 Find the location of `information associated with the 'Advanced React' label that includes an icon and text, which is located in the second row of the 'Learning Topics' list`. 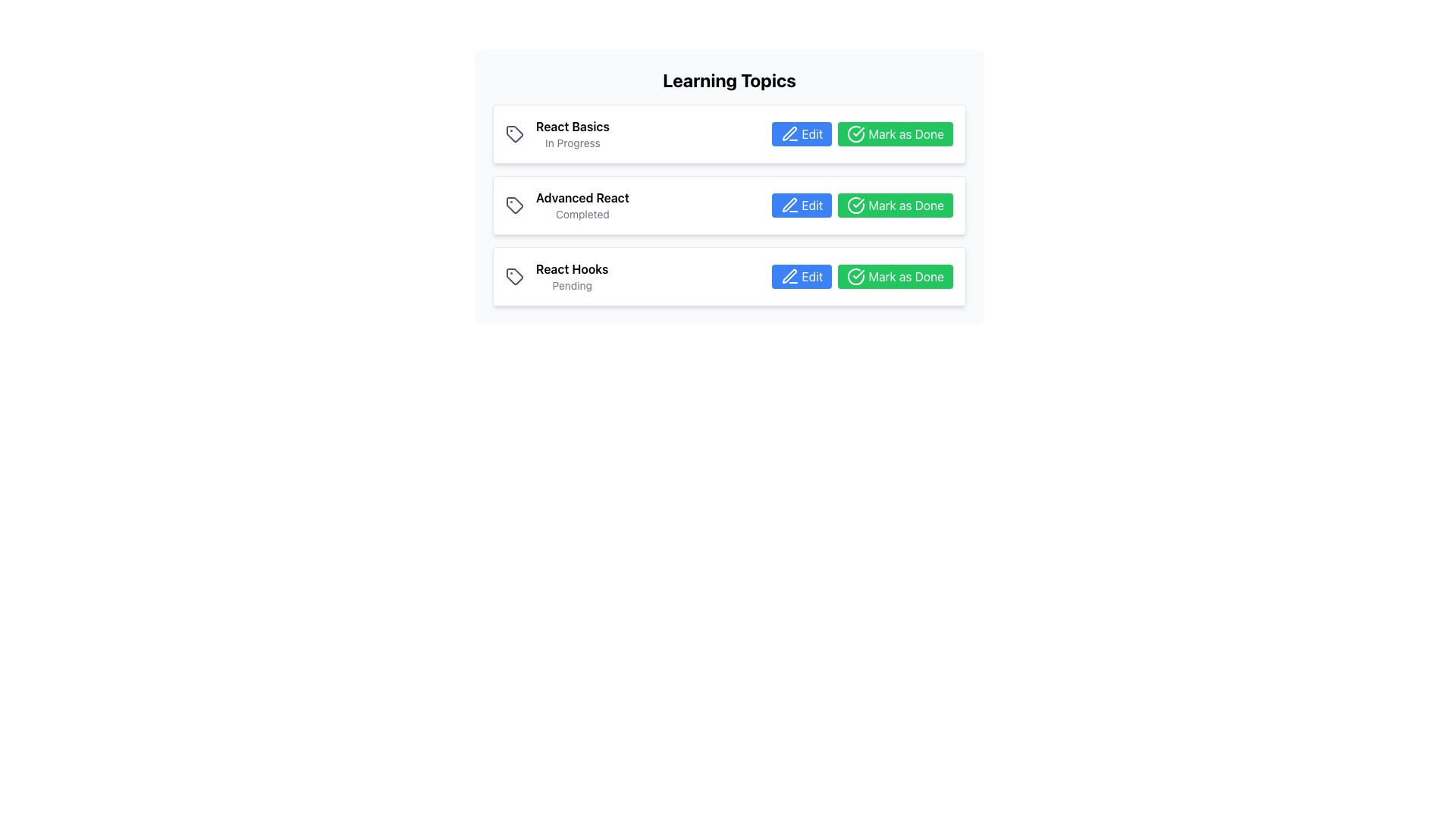

information associated with the 'Advanced React' label that includes an icon and text, which is located in the second row of the 'Learning Topics' list is located at coordinates (566, 205).